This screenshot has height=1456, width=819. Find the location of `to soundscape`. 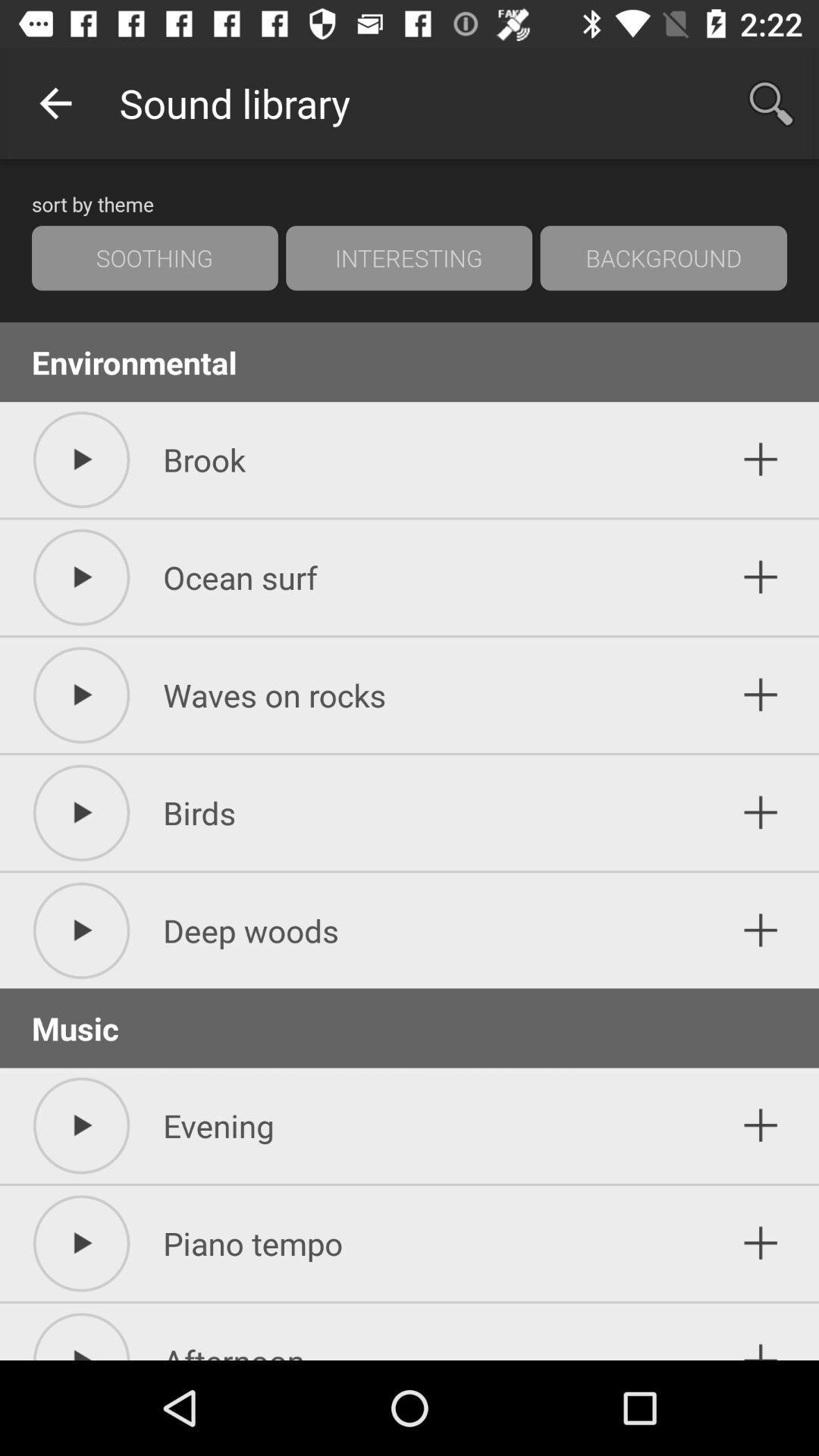

to soundscape is located at coordinates (761, 459).